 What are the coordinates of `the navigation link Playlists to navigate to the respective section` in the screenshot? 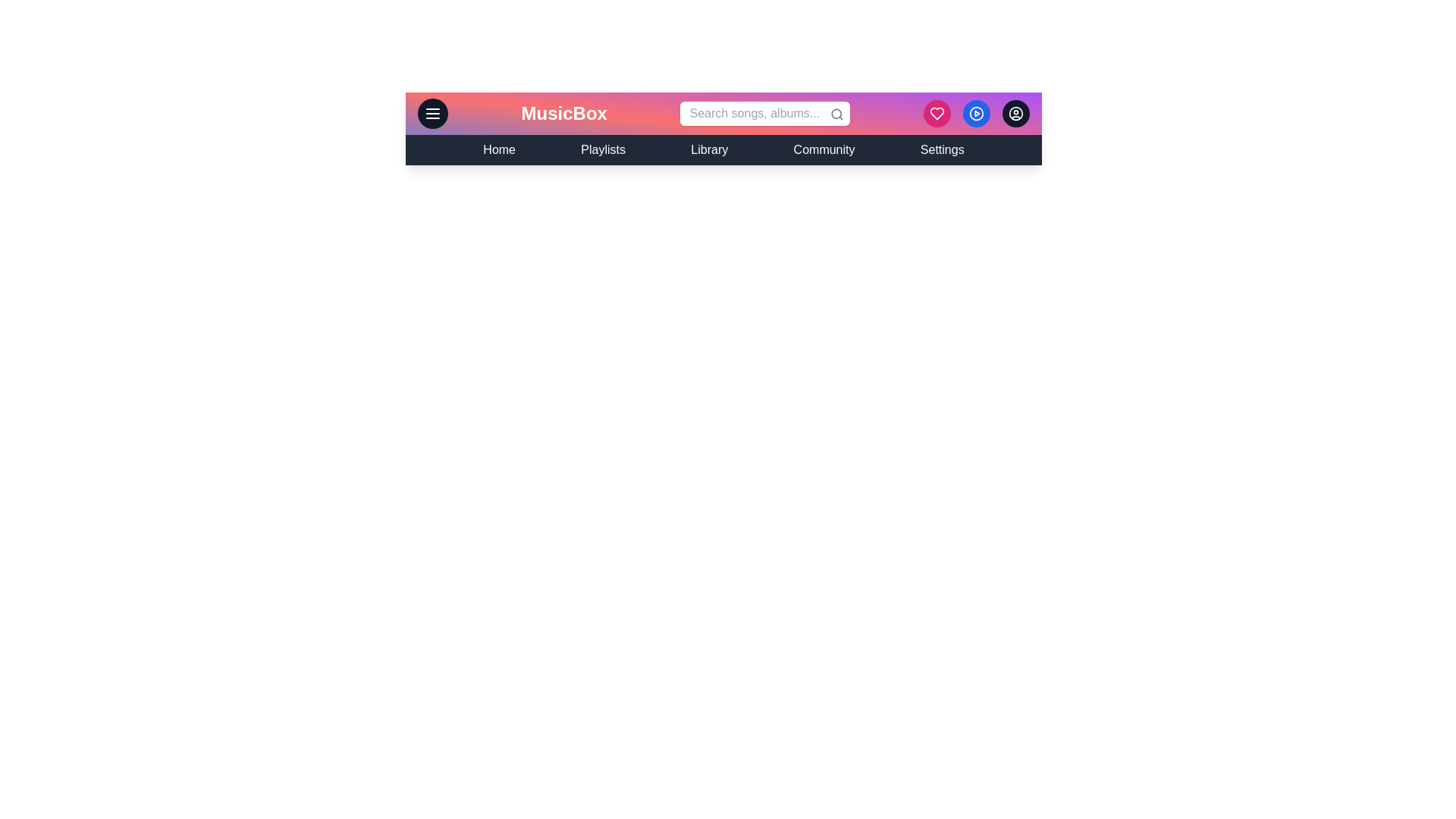 It's located at (602, 149).